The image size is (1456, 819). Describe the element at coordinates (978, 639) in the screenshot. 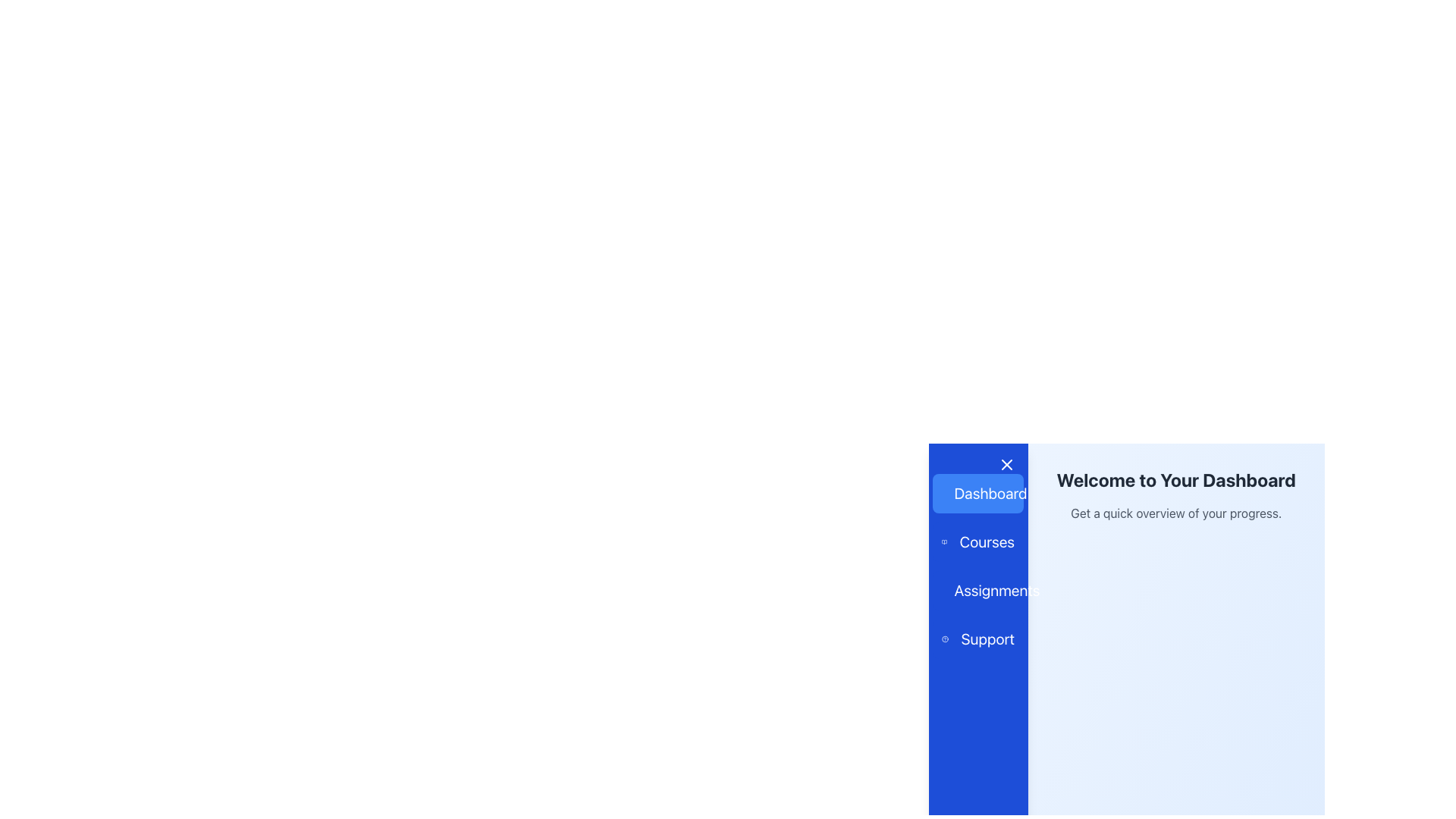

I see `the support button located at the bottom of the vertical list of navigation options on the left sidebar, which is the fourth item below the 'Assignments' button` at that location.